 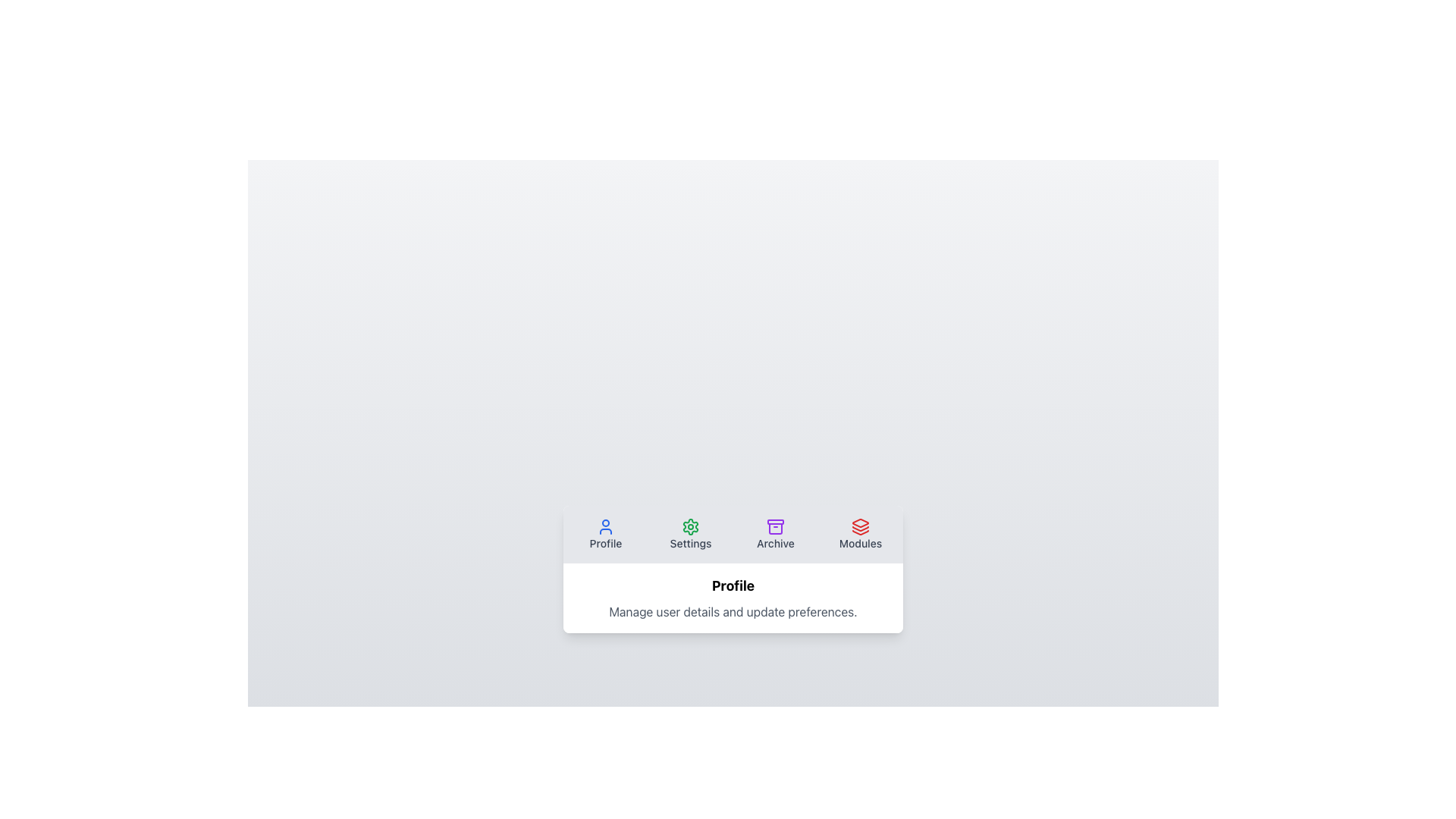 What do you see at coordinates (604, 534) in the screenshot?
I see `the 'Profile' Navigation Button, which features a blue icon of a person and a gray text label below it, located at the far-left position among other navigation elements` at bounding box center [604, 534].